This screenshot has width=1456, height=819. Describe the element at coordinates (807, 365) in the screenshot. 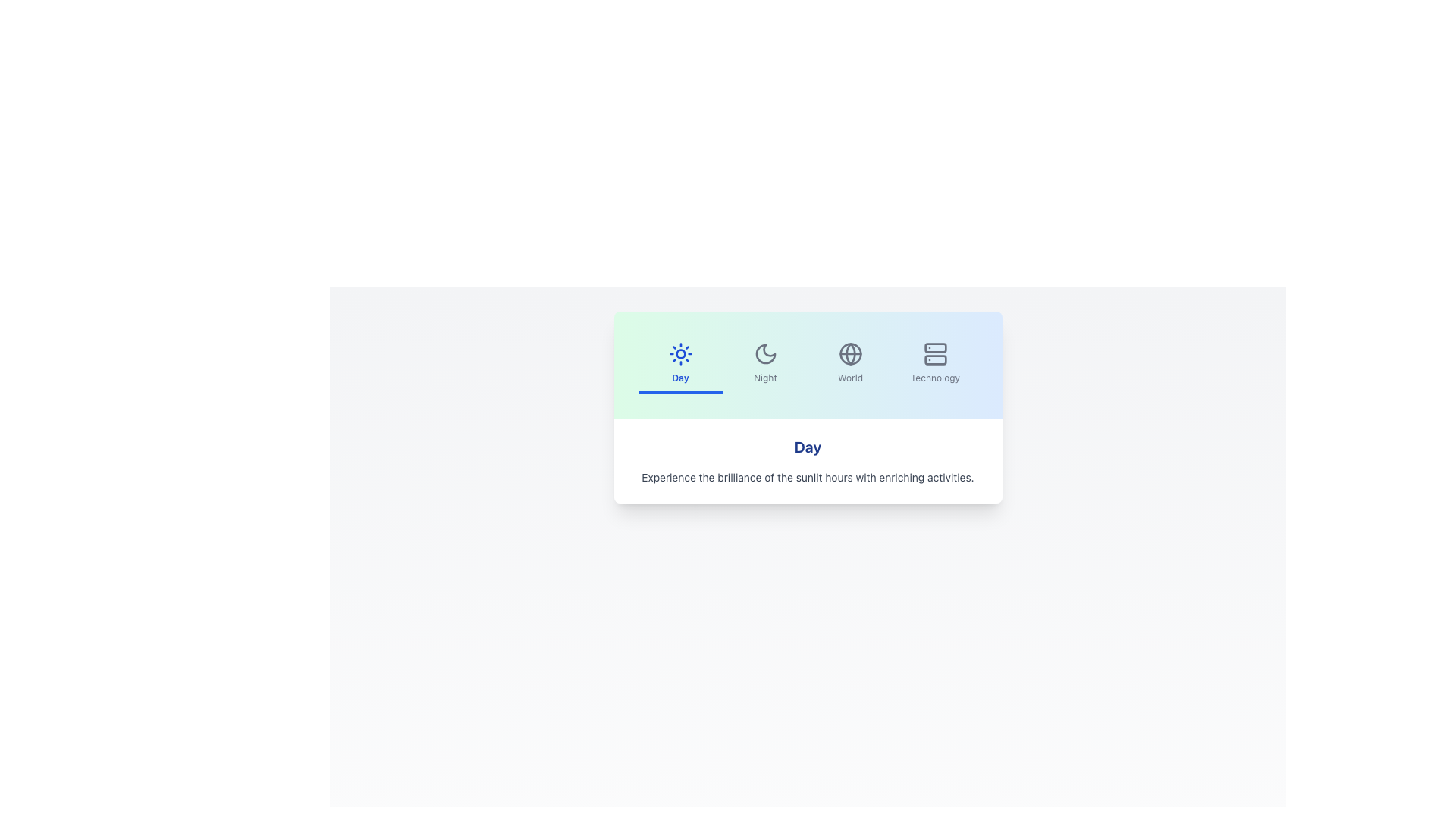

I see `any section of the Tab bar with categorized sections` at that location.